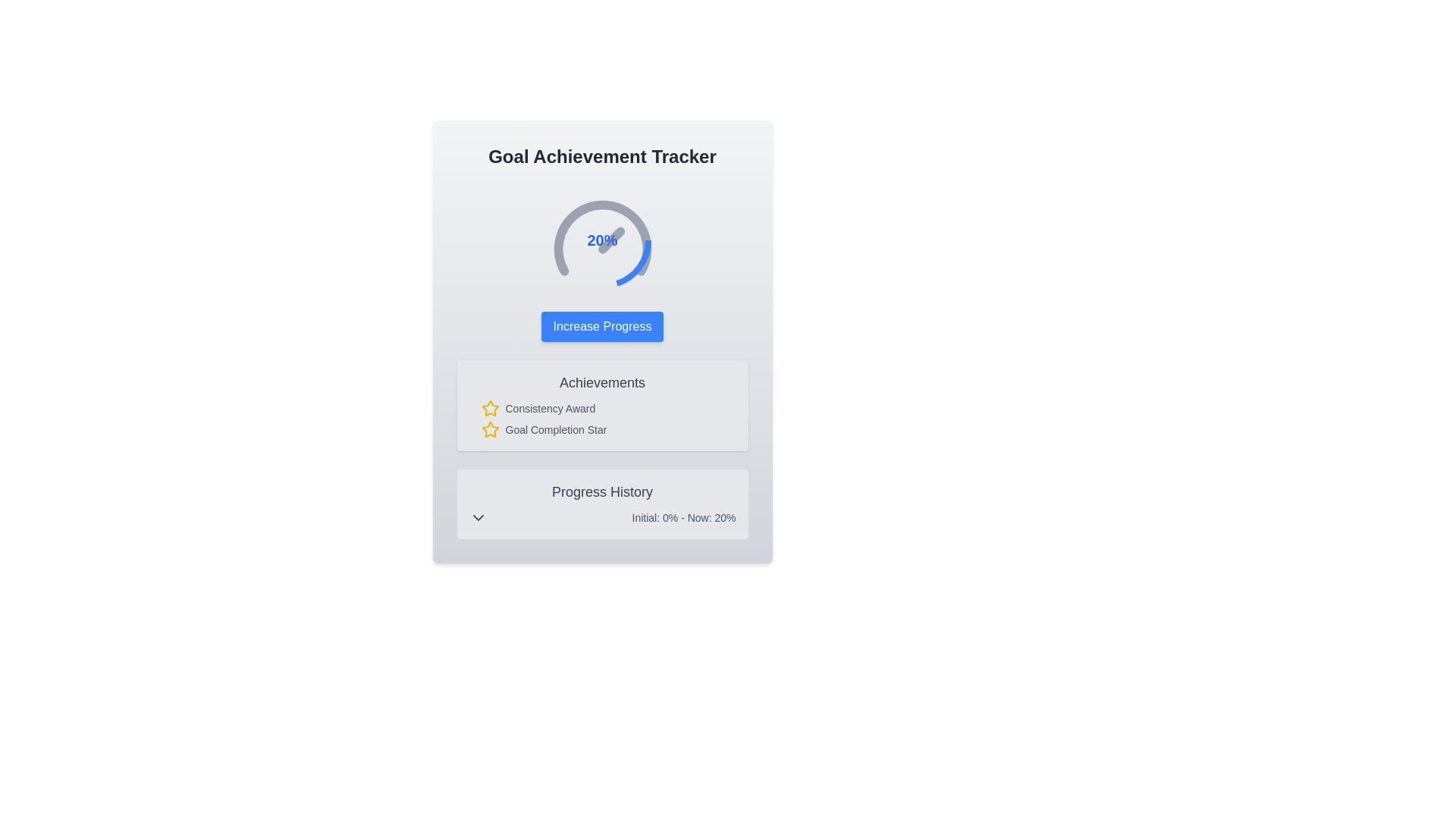 The image size is (1456, 819). I want to click on the text label that displays 'Goal Achievement Tracker', which is the topmost header in dark gray color and bold font, so click(601, 157).